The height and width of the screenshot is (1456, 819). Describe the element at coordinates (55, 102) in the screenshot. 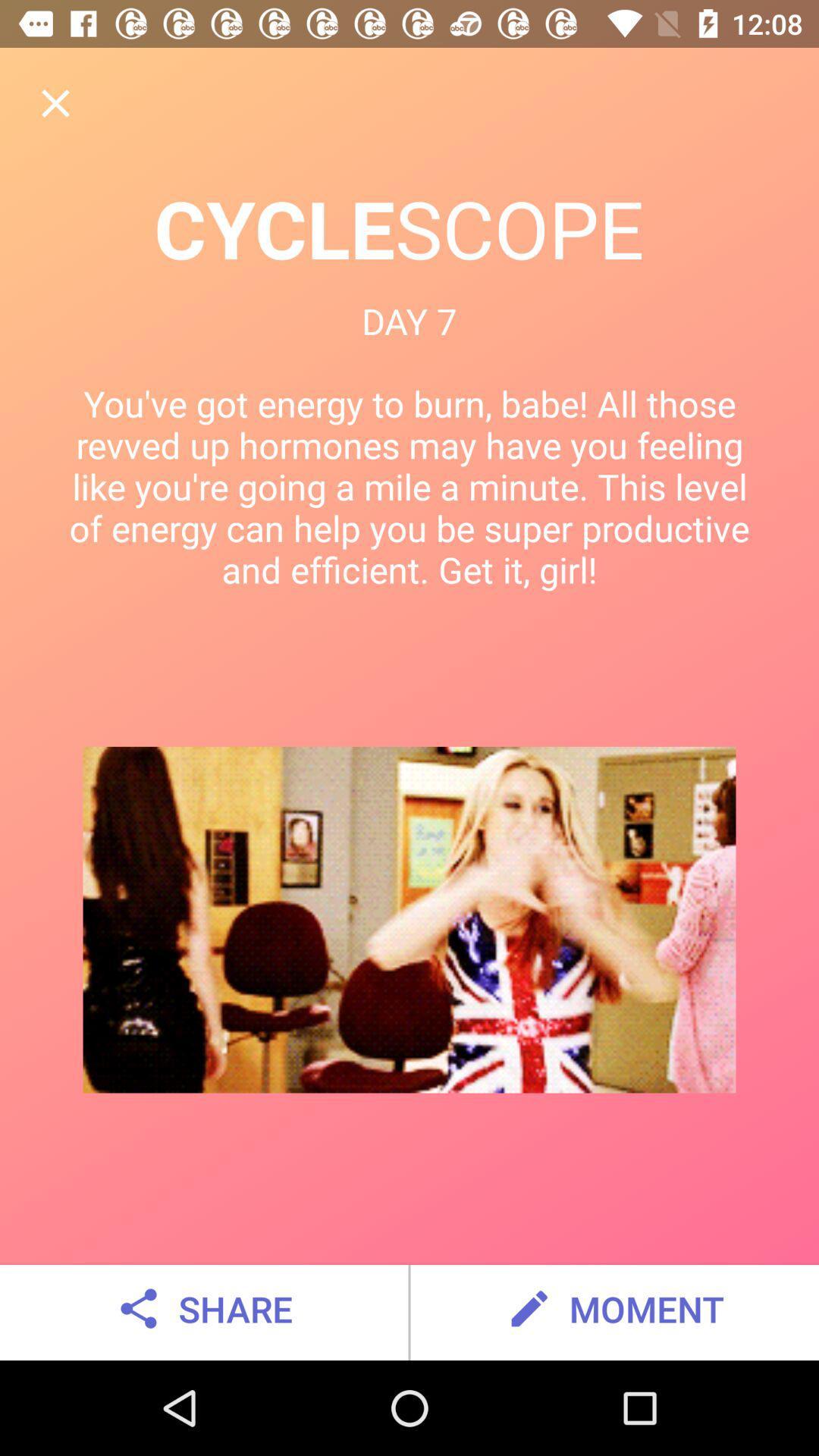

I see `cyclescope` at that location.